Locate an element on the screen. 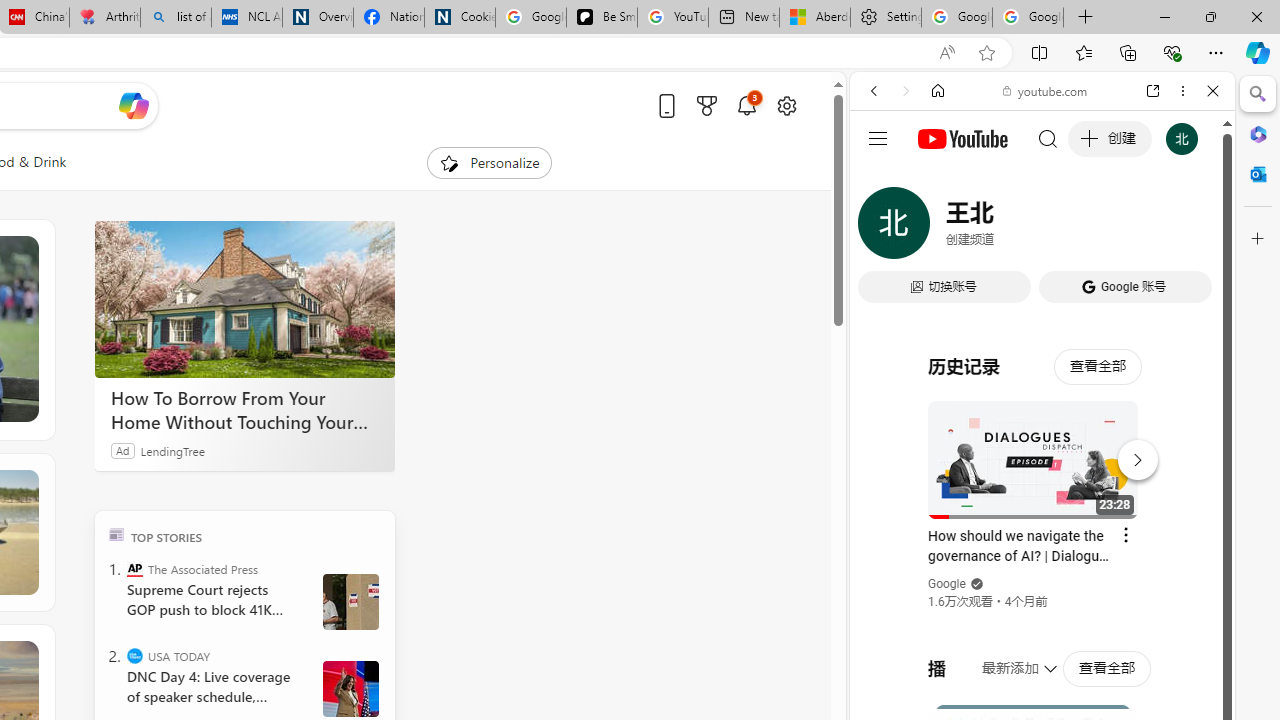 This screenshot has height=720, width=1280. 'Search the web' is located at coordinates (1051, 137).